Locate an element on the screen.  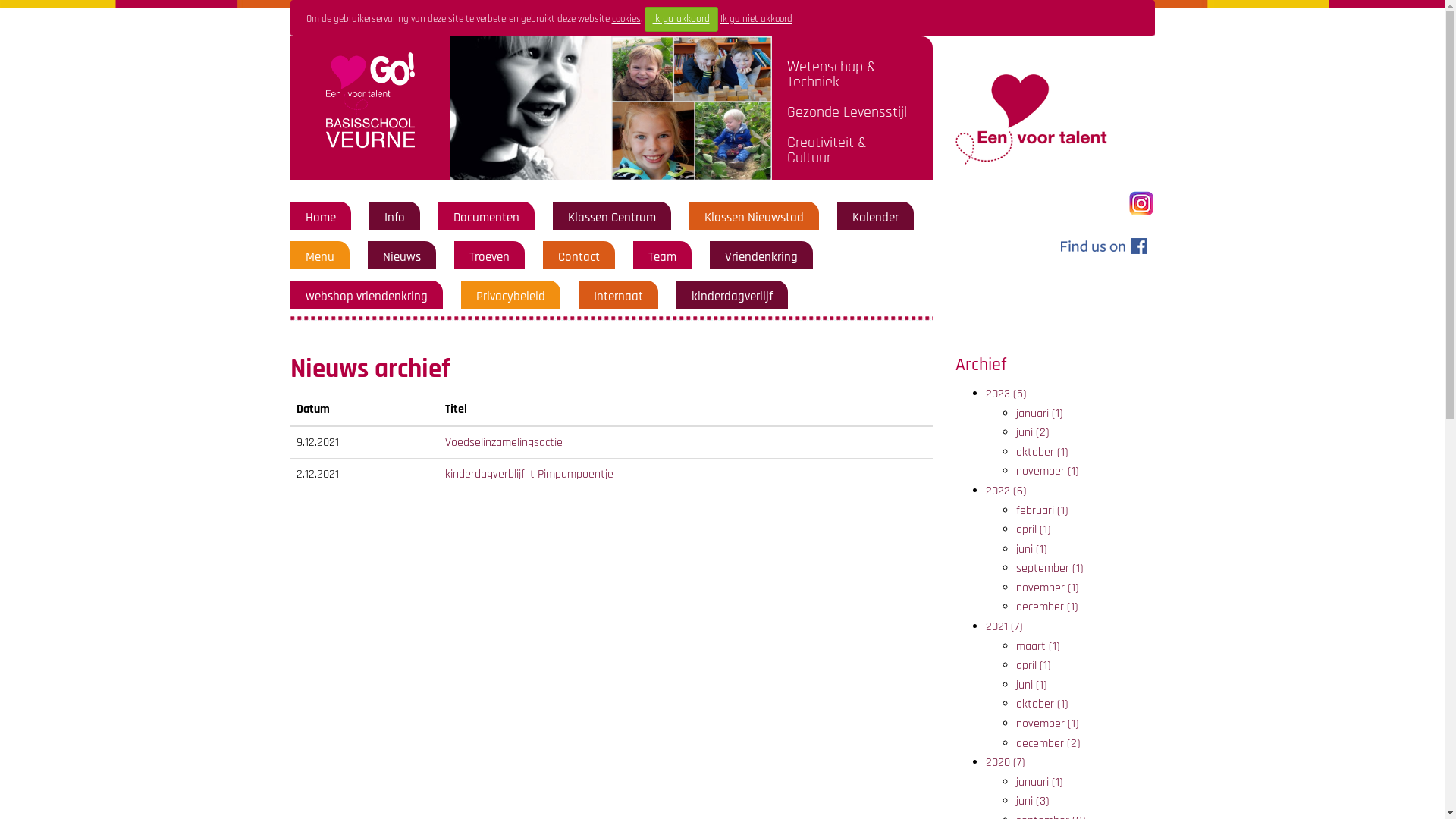
'Klassen Nieuwstad' is located at coordinates (702, 217).